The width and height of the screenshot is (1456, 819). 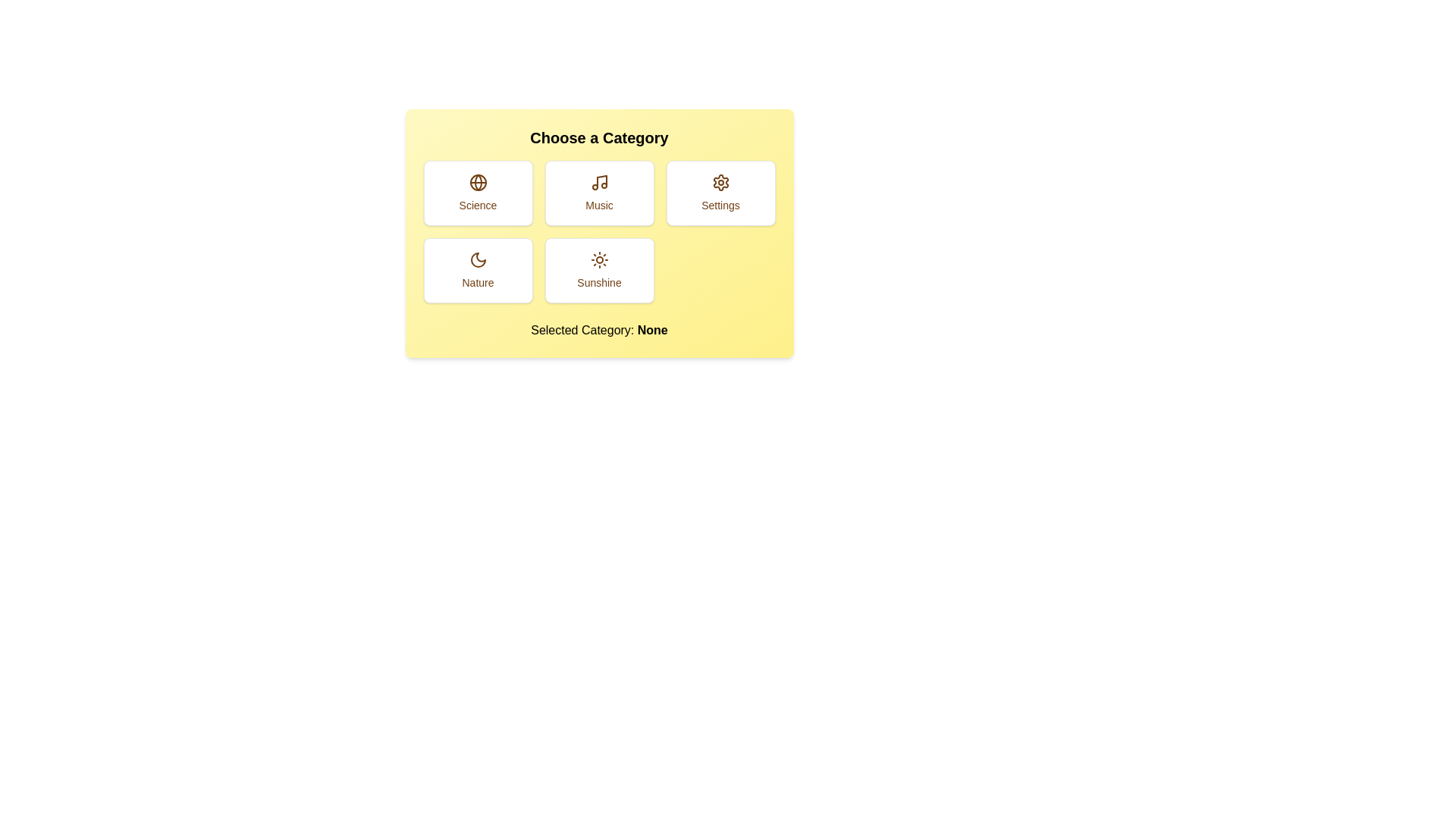 What do you see at coordinates (477, 259) in the screenshot?
I see `the design of the moon icon with a brown stroke located within the bottom-left button labeled 'Nature' on the category selection panel` at bounding box center [477, 259].